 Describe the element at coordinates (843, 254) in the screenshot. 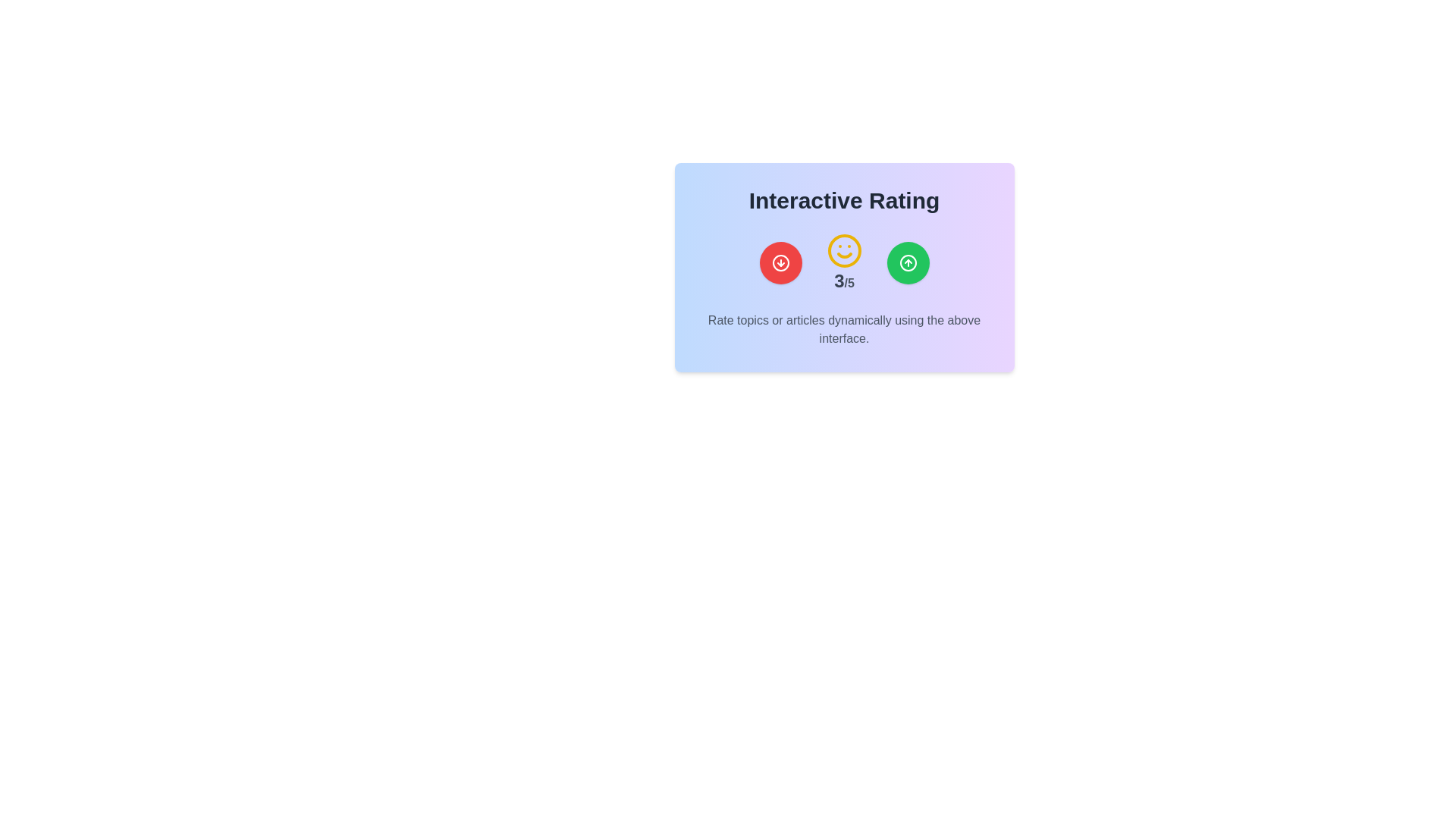

I see `the curved line resembling a smile, which is part of the yellow circular icon representing a smiley face, located centrally in the card interface below the 'Interactive Rating' title` at that location.